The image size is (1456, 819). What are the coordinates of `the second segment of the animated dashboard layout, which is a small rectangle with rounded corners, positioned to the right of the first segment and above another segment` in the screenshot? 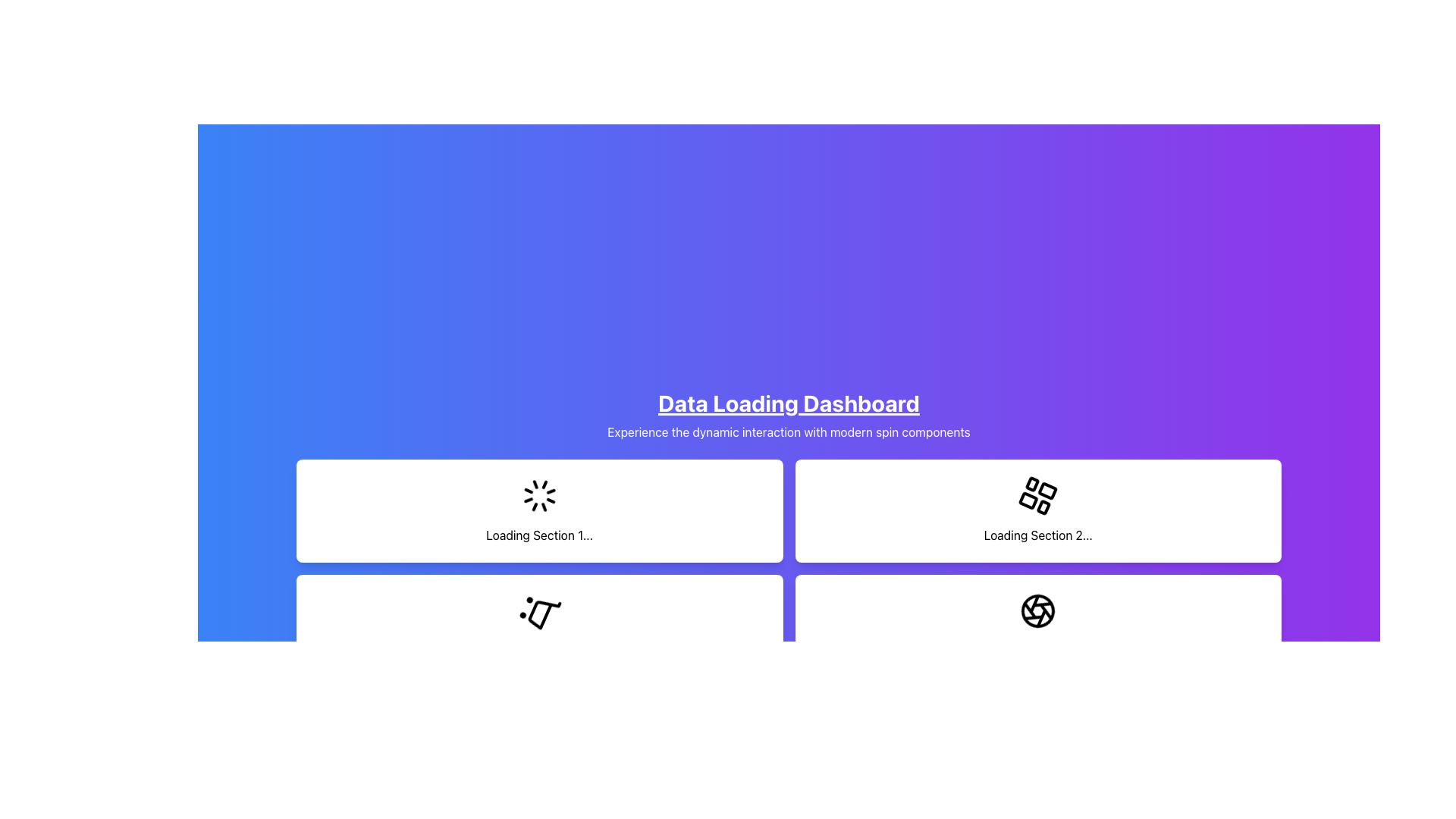 It's located at (1032, 507).